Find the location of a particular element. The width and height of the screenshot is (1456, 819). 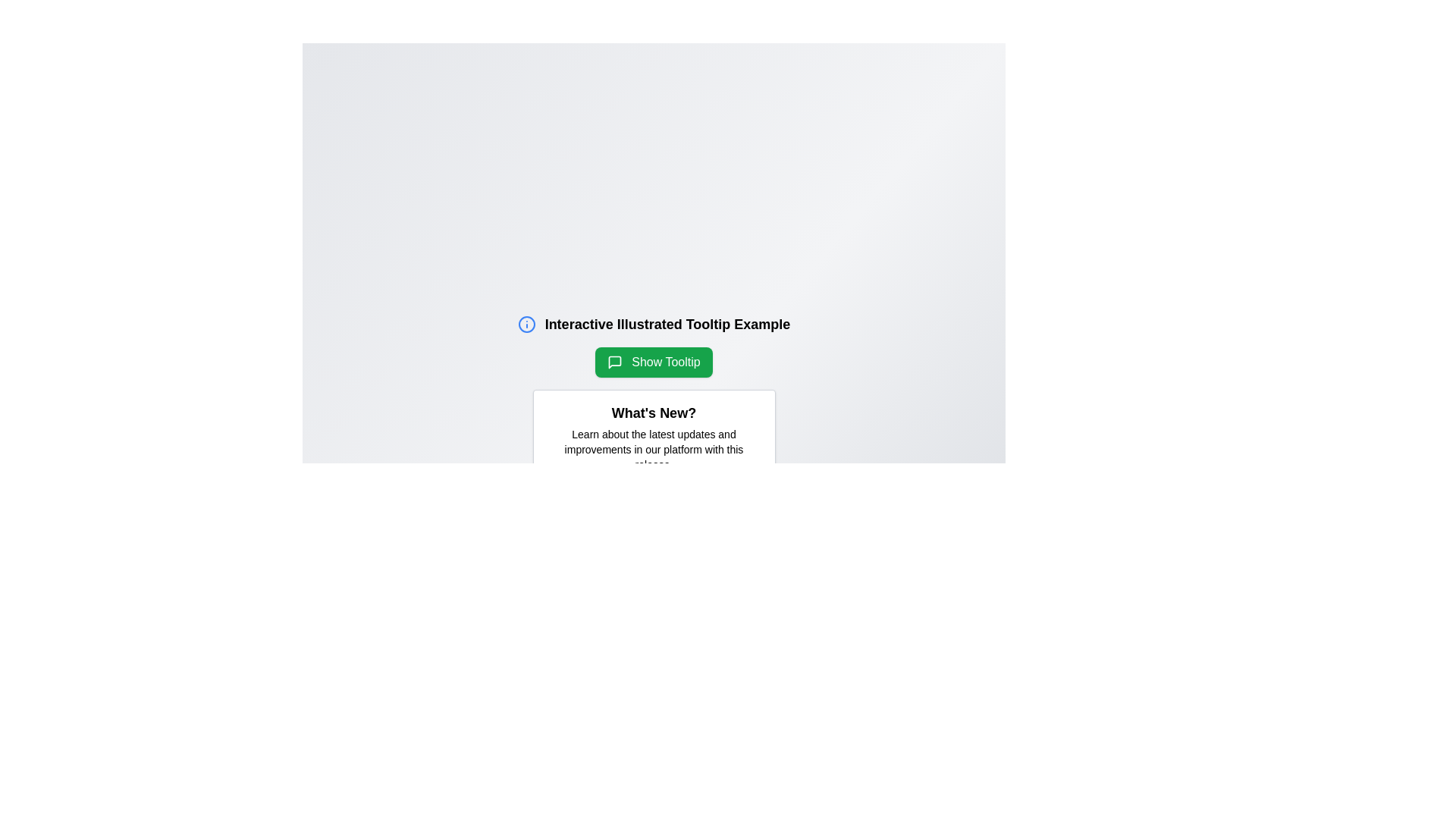

the text element that reads 'Interactive Illustrated Tooltip Example', which features a bold font style and a blue circular icon with an 'i' on its left side is located at coordinates (654, 324).